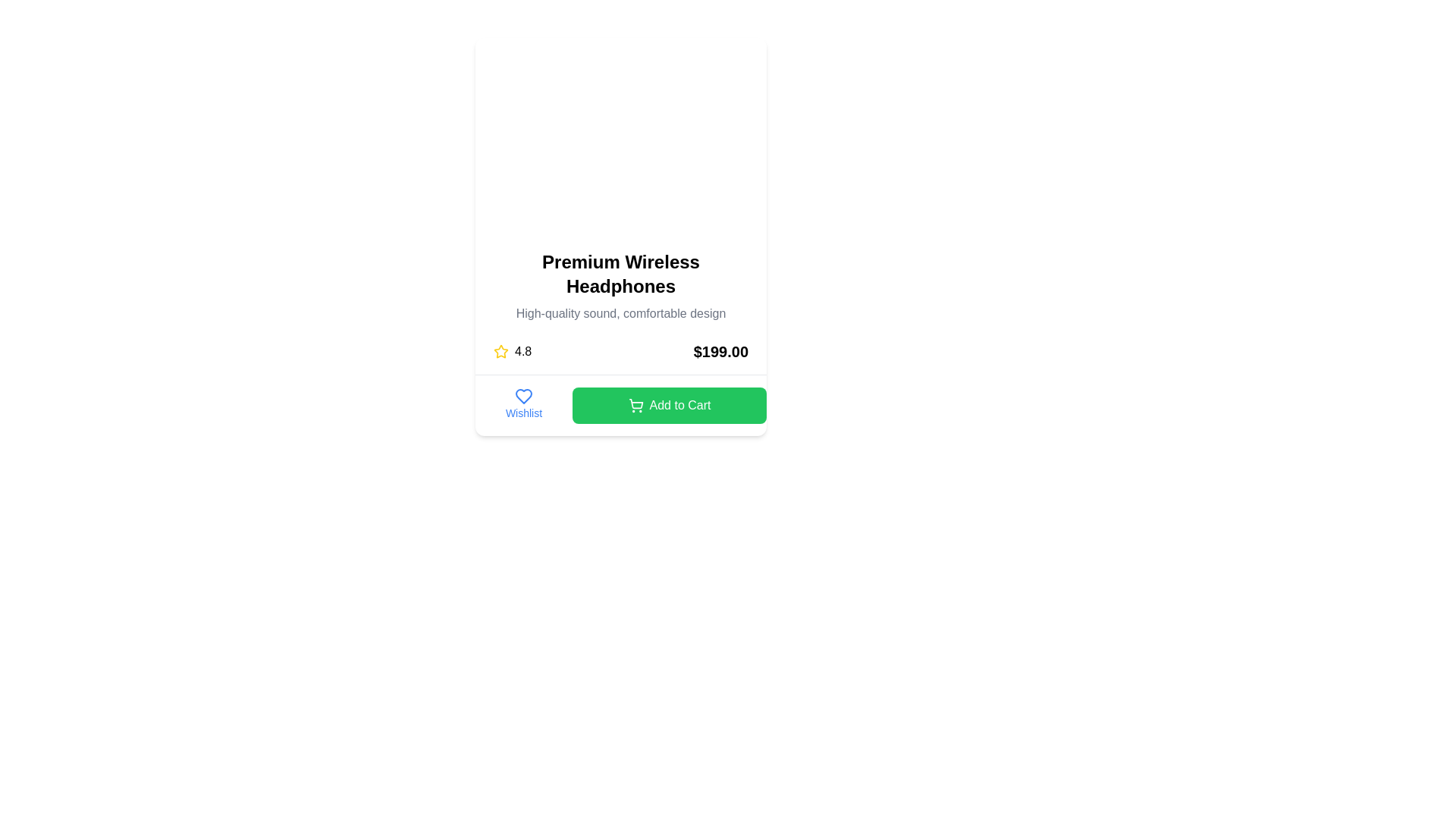 The height and width of the screenshot is (819, 1456). I want to click on the text label containing the phrase 'High-quality sound, comfortable design', which is styled in gray font and located beneath the title 'Premium Wireless Headphones', so click(621, 312).